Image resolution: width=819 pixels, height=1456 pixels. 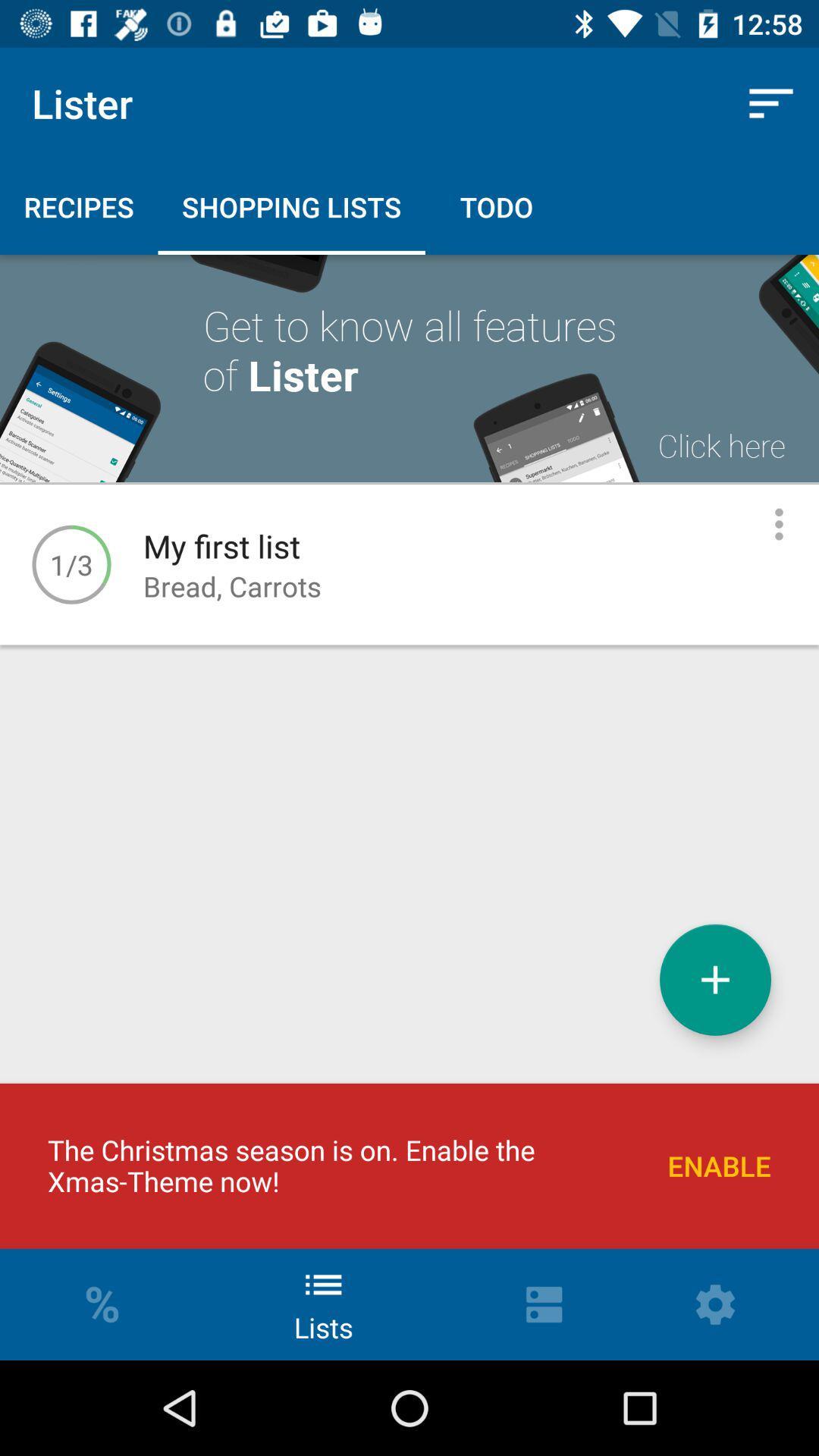 I want to click on the add icon, so click(x=715, y=980).